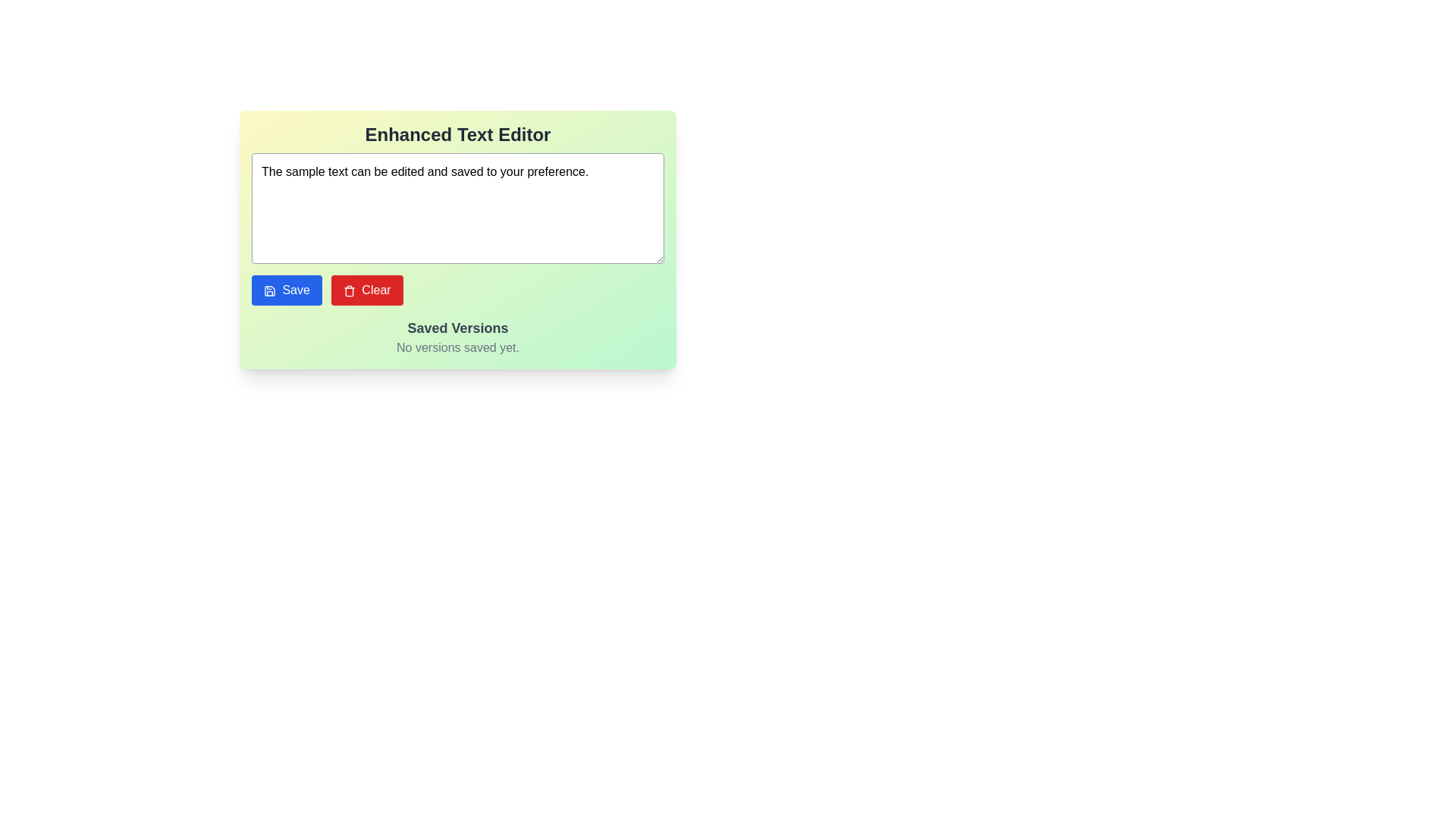 This screenshot has width=1456, height=819. Describe the element at coordinates (457, 133) in the screenshot. I see `the static text element that serves as the title or label for the interface, indicating the purpose of the section below it` at that location.